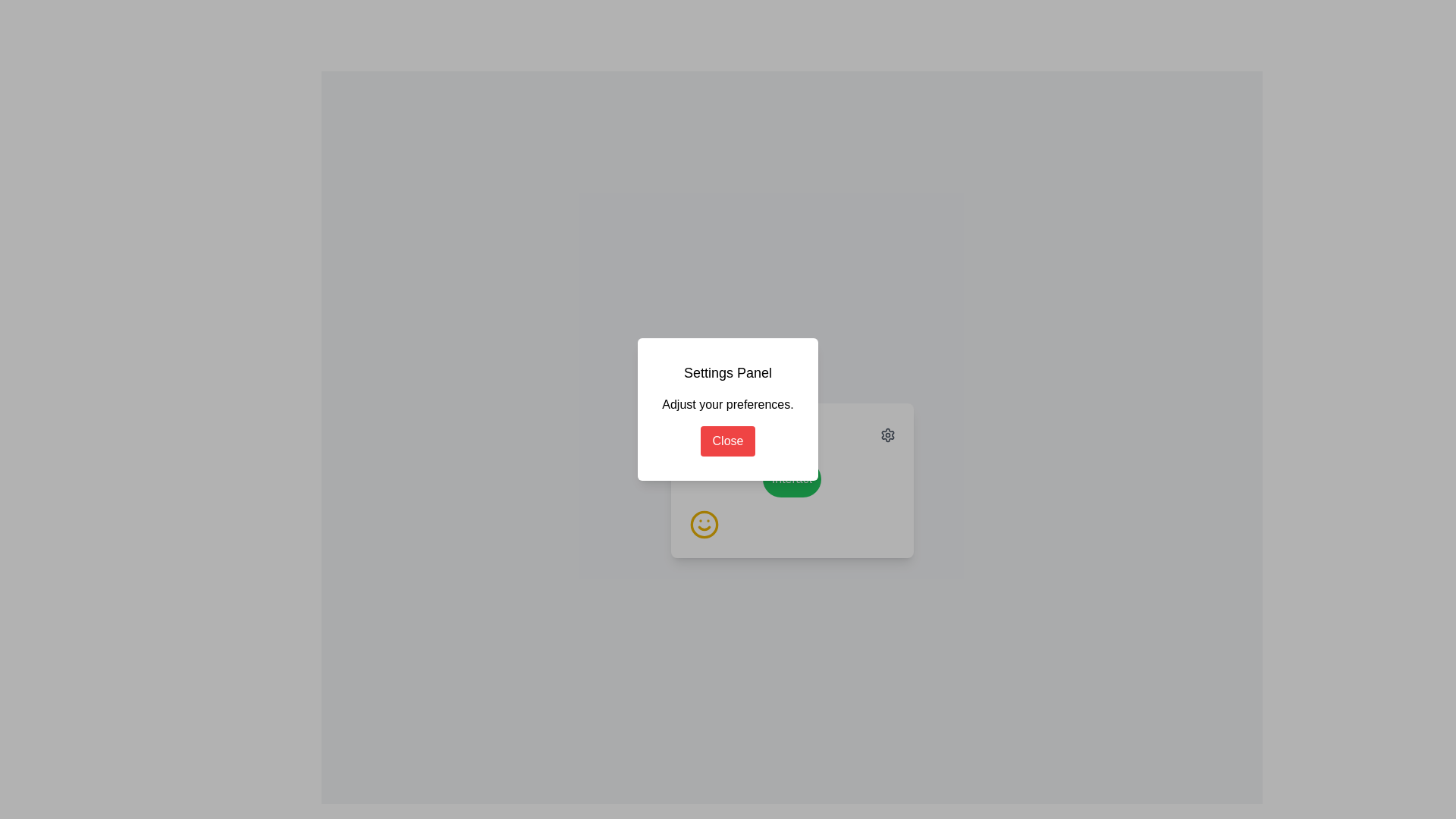 The image size is (1456, 819). Describe the element at coordinates (887, 435) in the screenshot. I see `the small cogwheel icon representing settings, located at the top right of the visible card in the interface` at that location.